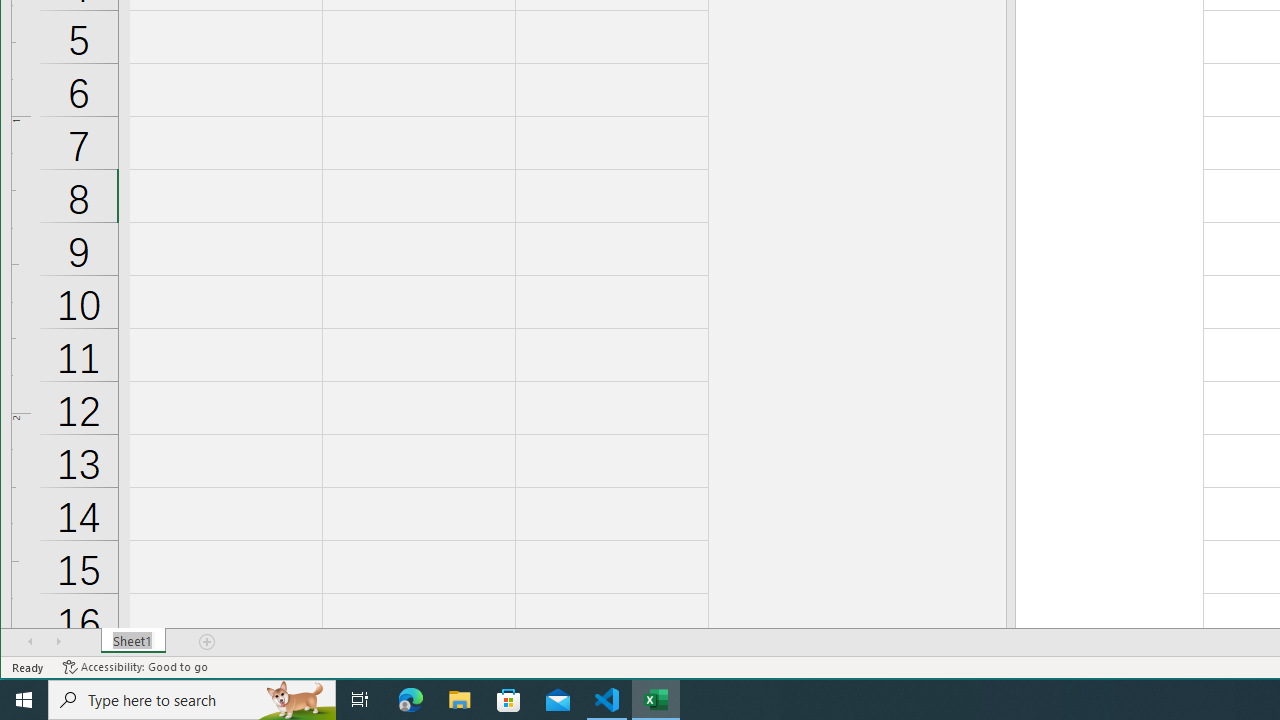 The image size is (1280, 720). Describe the element at coordinates (192, 698) in the screenshot. I see `'Type here to search'` at that location.